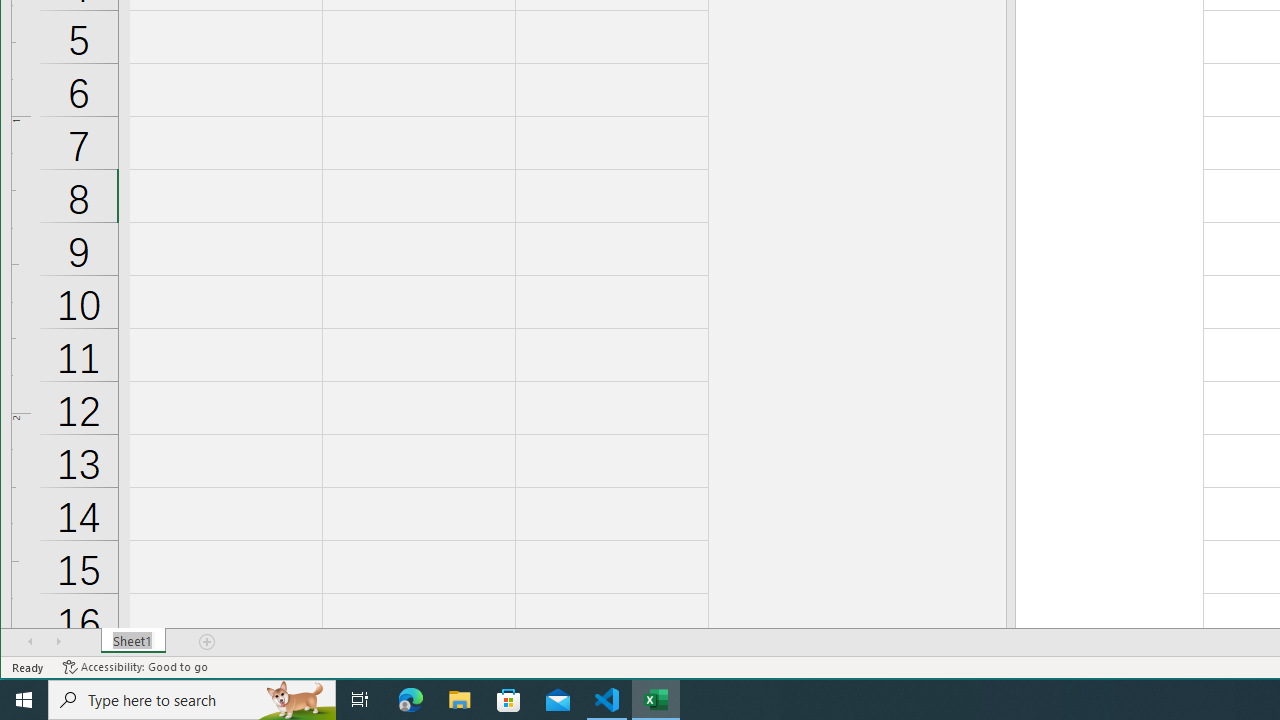 The image size is (1280, 720). Describe the element at coordinates (192, 698) in the screenshot. I see `'Type here to search'` at that location.